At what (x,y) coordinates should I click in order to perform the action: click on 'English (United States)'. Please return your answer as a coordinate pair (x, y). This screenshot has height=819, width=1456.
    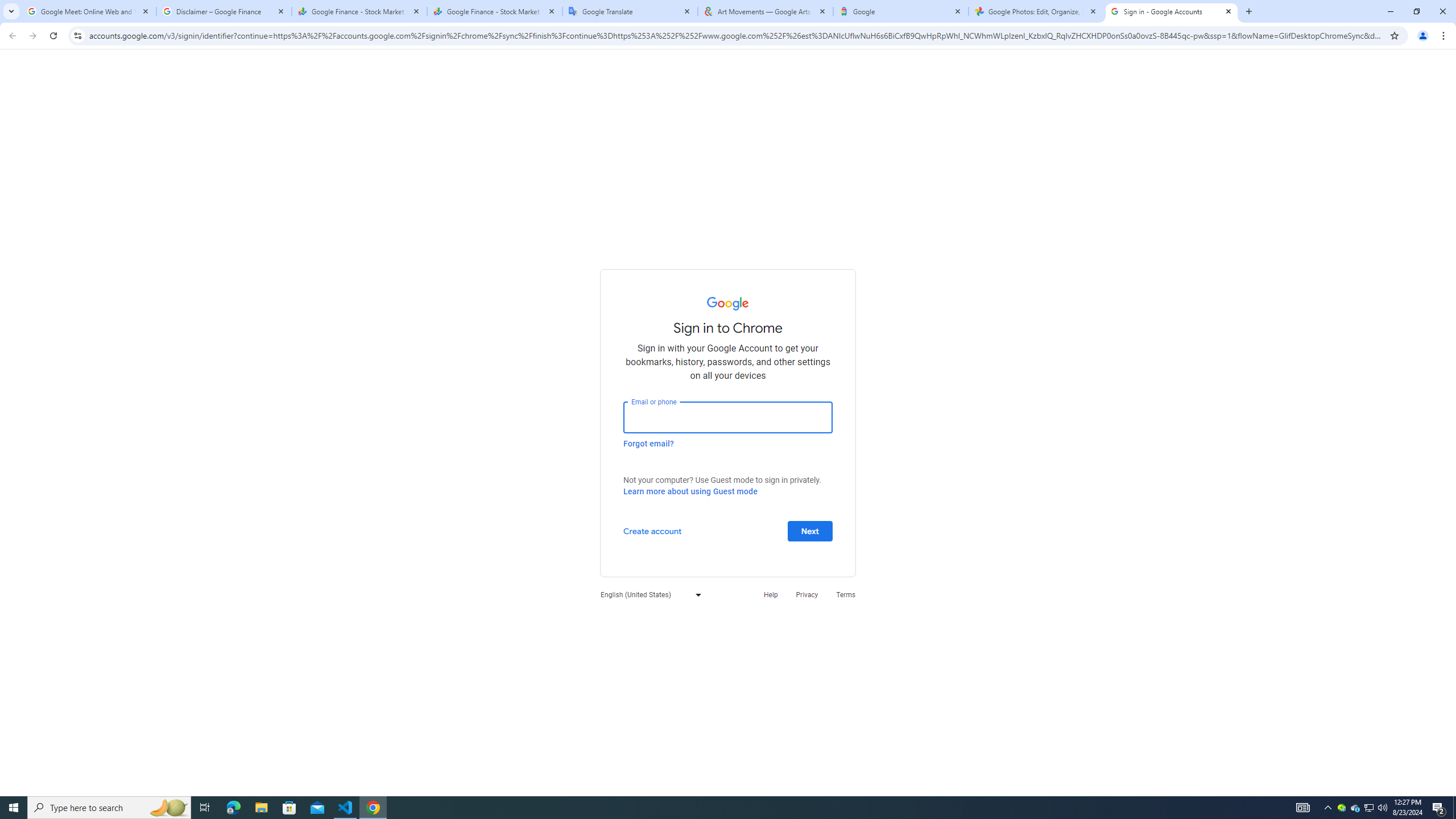
    Looking at the image, I should click on (647, 594).